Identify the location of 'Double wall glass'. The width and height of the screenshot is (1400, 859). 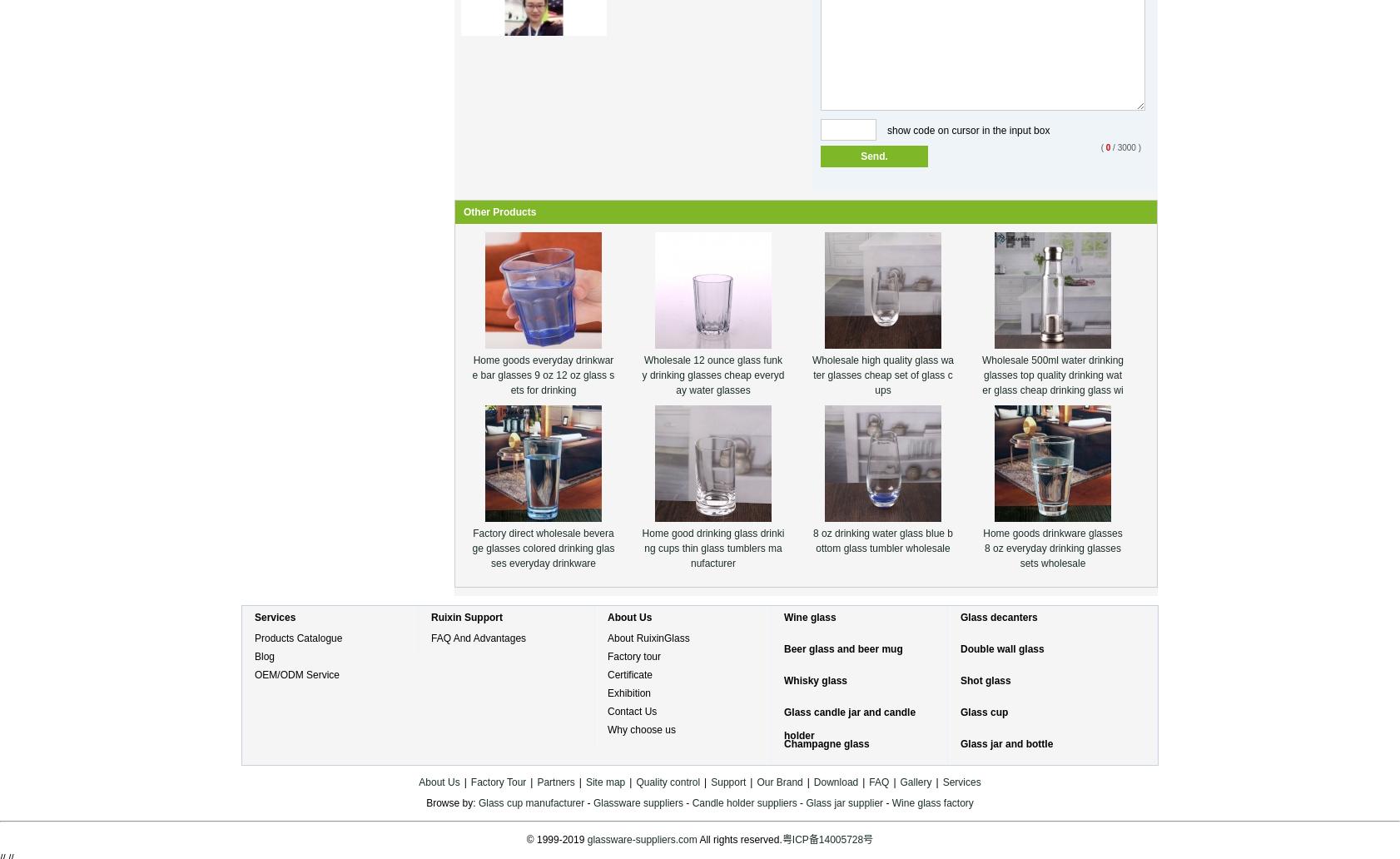
(1000, 648).